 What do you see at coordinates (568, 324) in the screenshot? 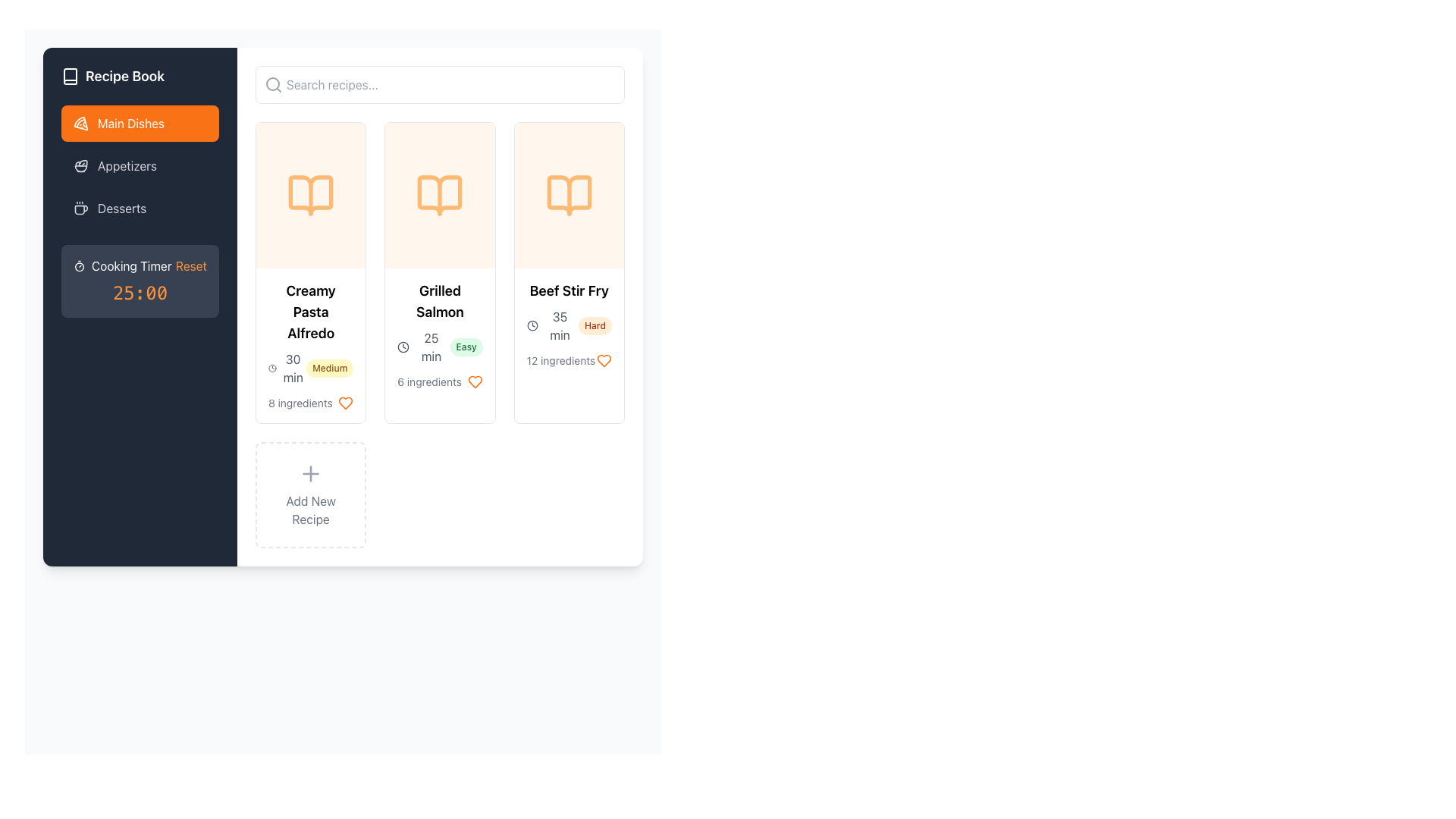
I see `the Recipe information card located in the 'Main Dishes' section, which is the third card in a horizontal list` at bounding box center [568, 324].